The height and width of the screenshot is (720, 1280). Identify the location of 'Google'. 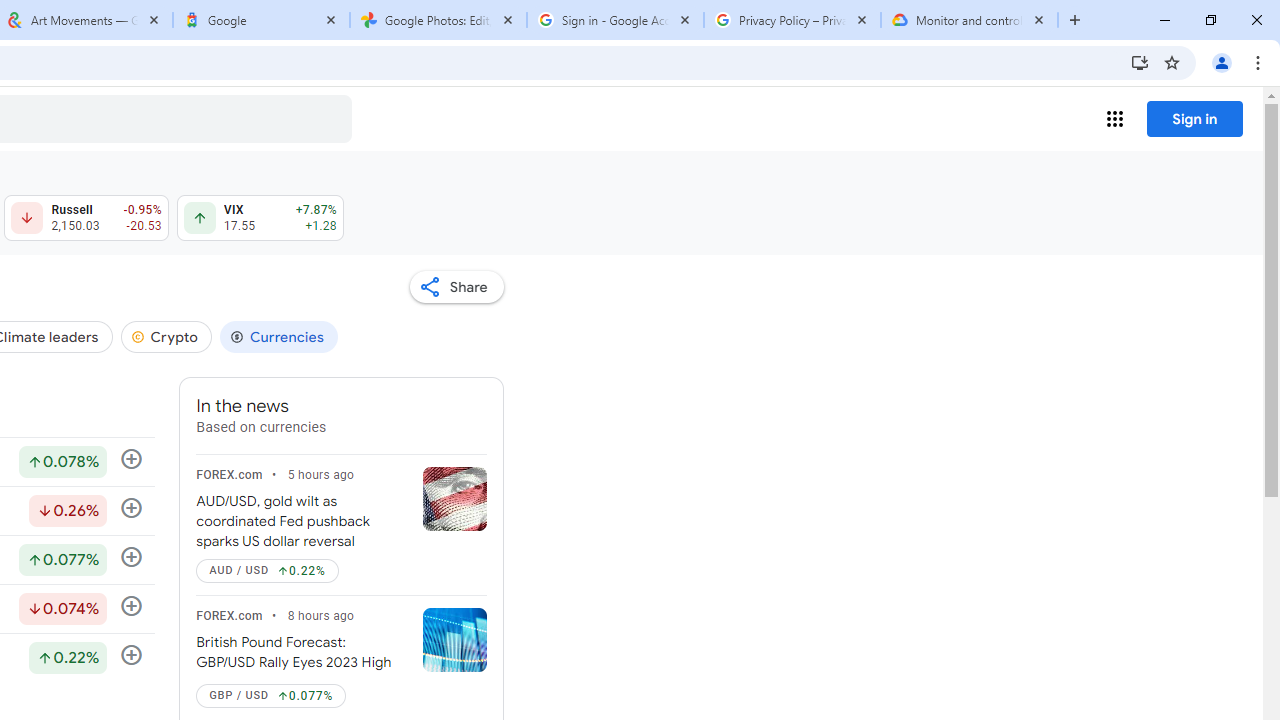
(260, 20).